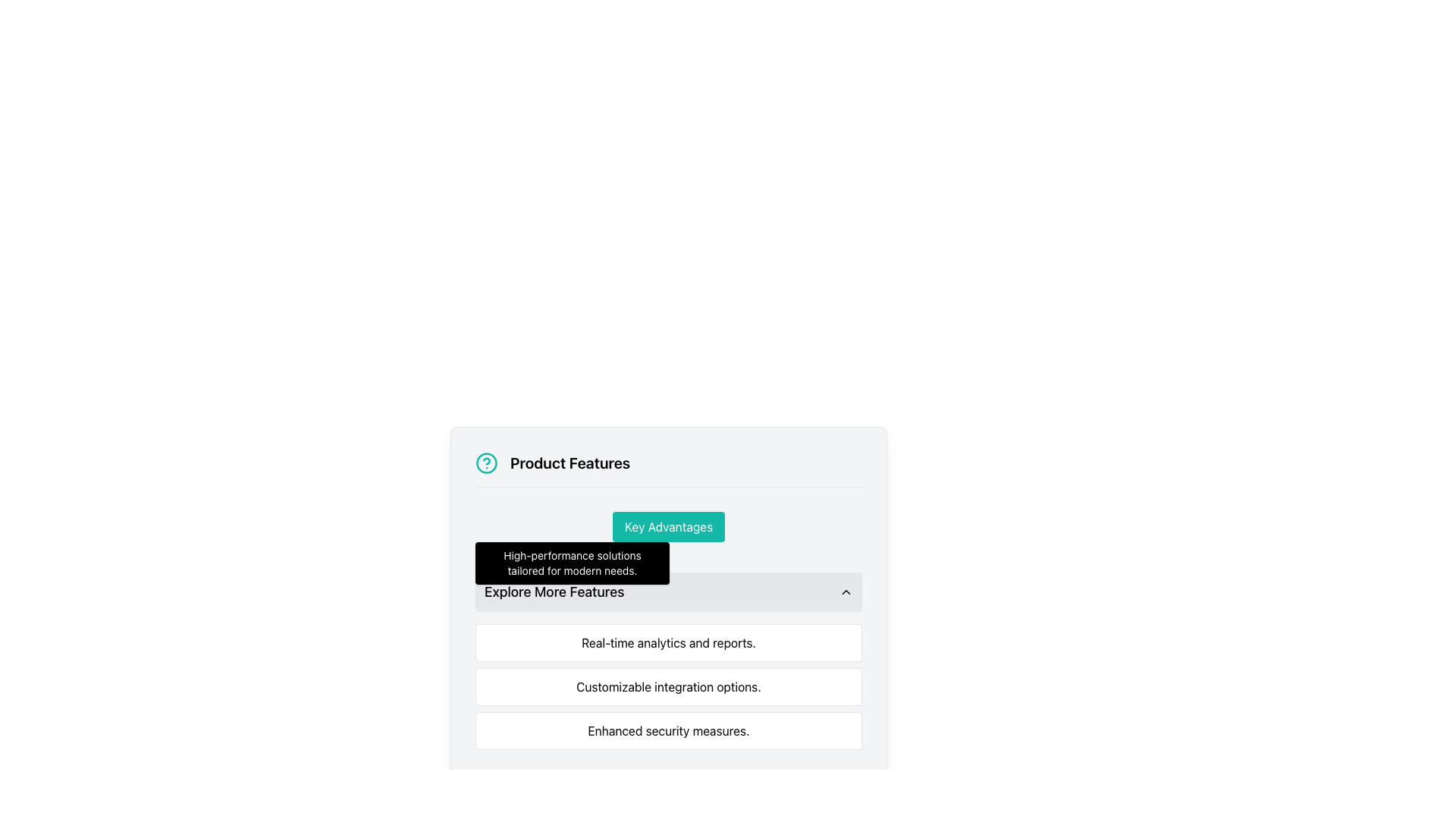  Describe the element at coordinates (487, 462) in the screenshot. I see `the circular teal icon with a question mark symbol located at the top-left corner of the 'Product Features' section` at that location.